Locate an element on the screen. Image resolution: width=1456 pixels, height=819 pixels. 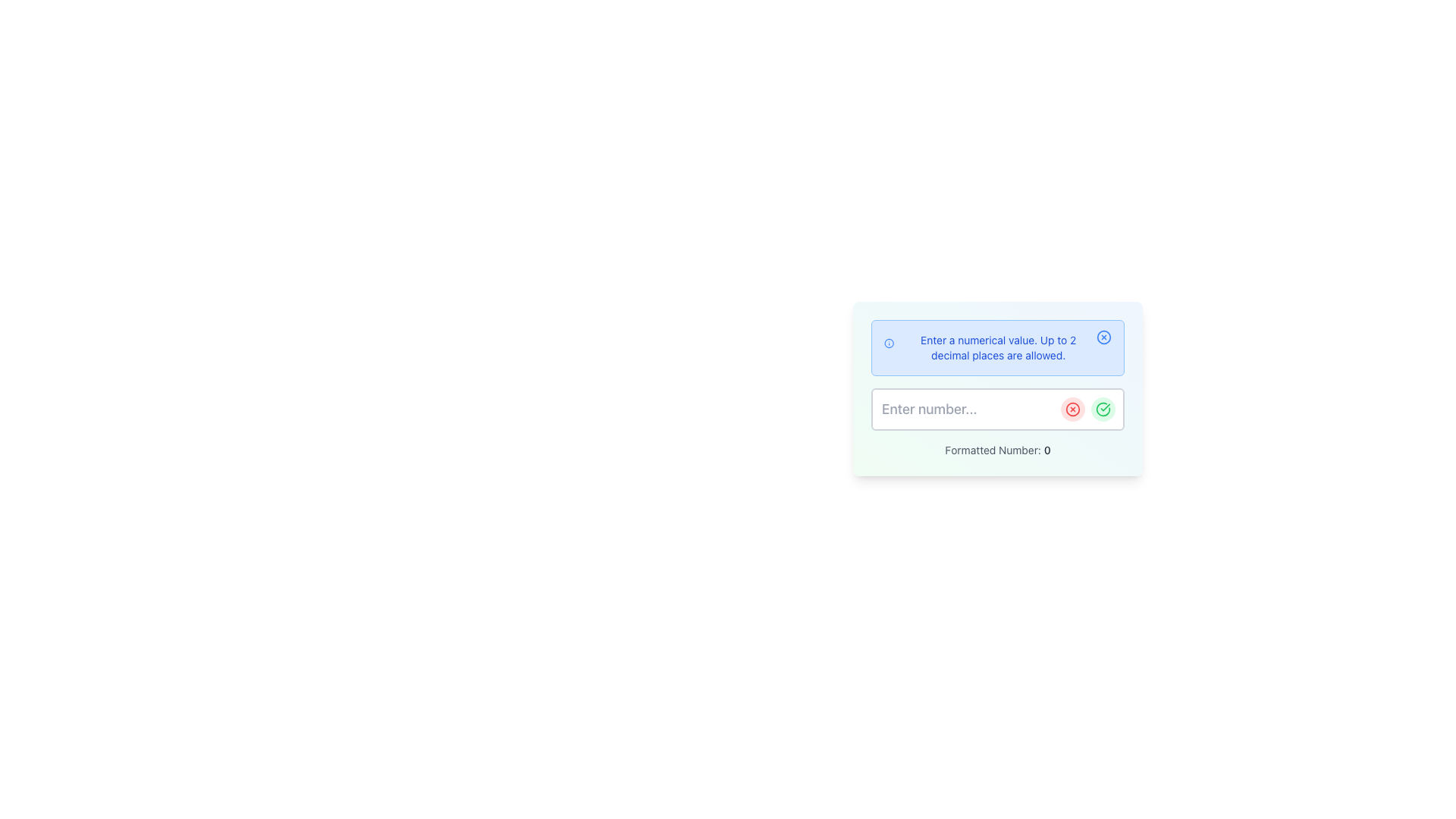
the informational icon located in the upper left corner of the alert box, which precedes the text 'Enter a numerical value. Up to 2 decimal places are allowed.' is located at coordinates (889, 343).